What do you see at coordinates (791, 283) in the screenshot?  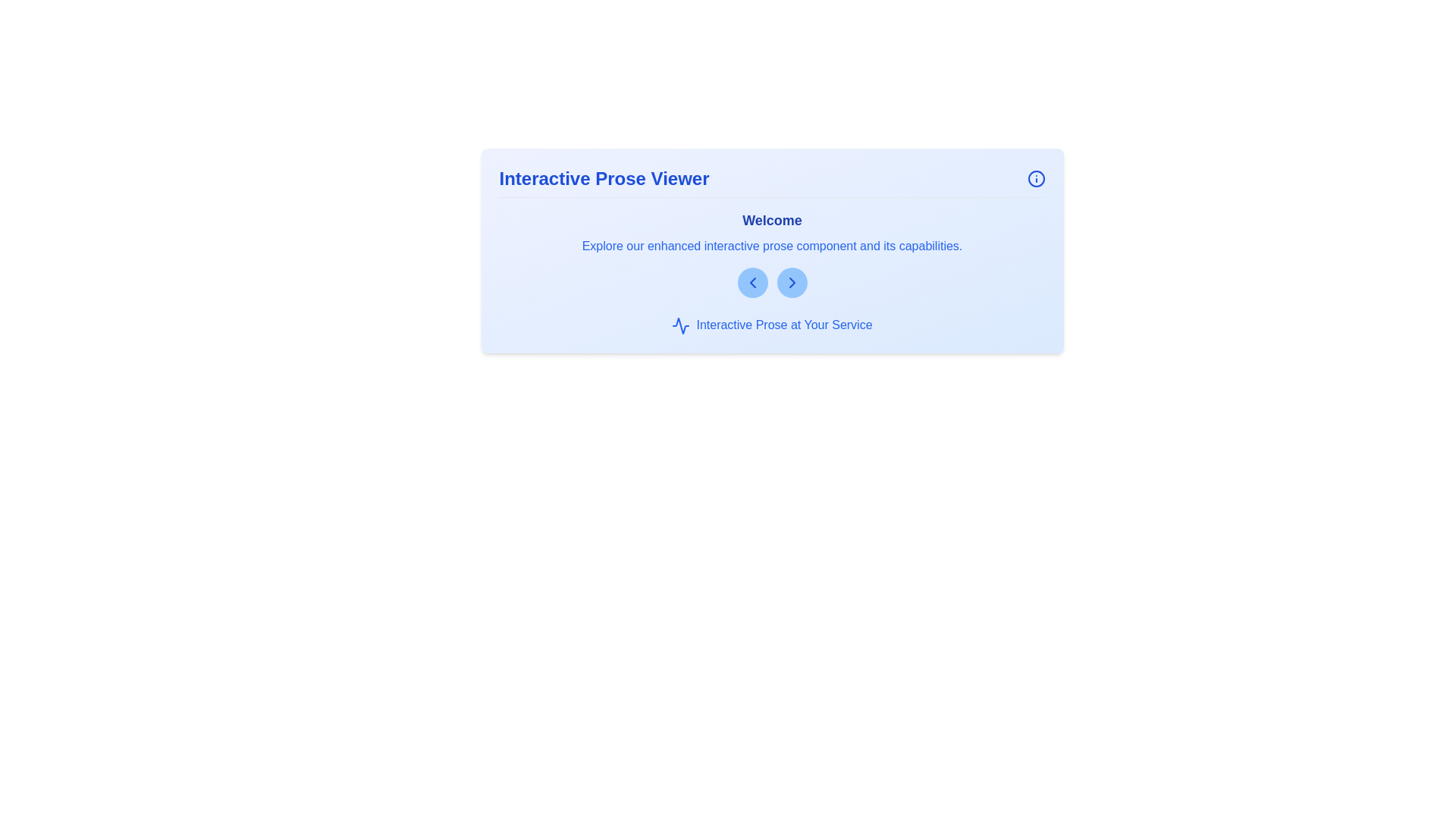 I see `the forward navigation button icon with a blue background to proceed to the next item or page` at bounding box center [791, 283].